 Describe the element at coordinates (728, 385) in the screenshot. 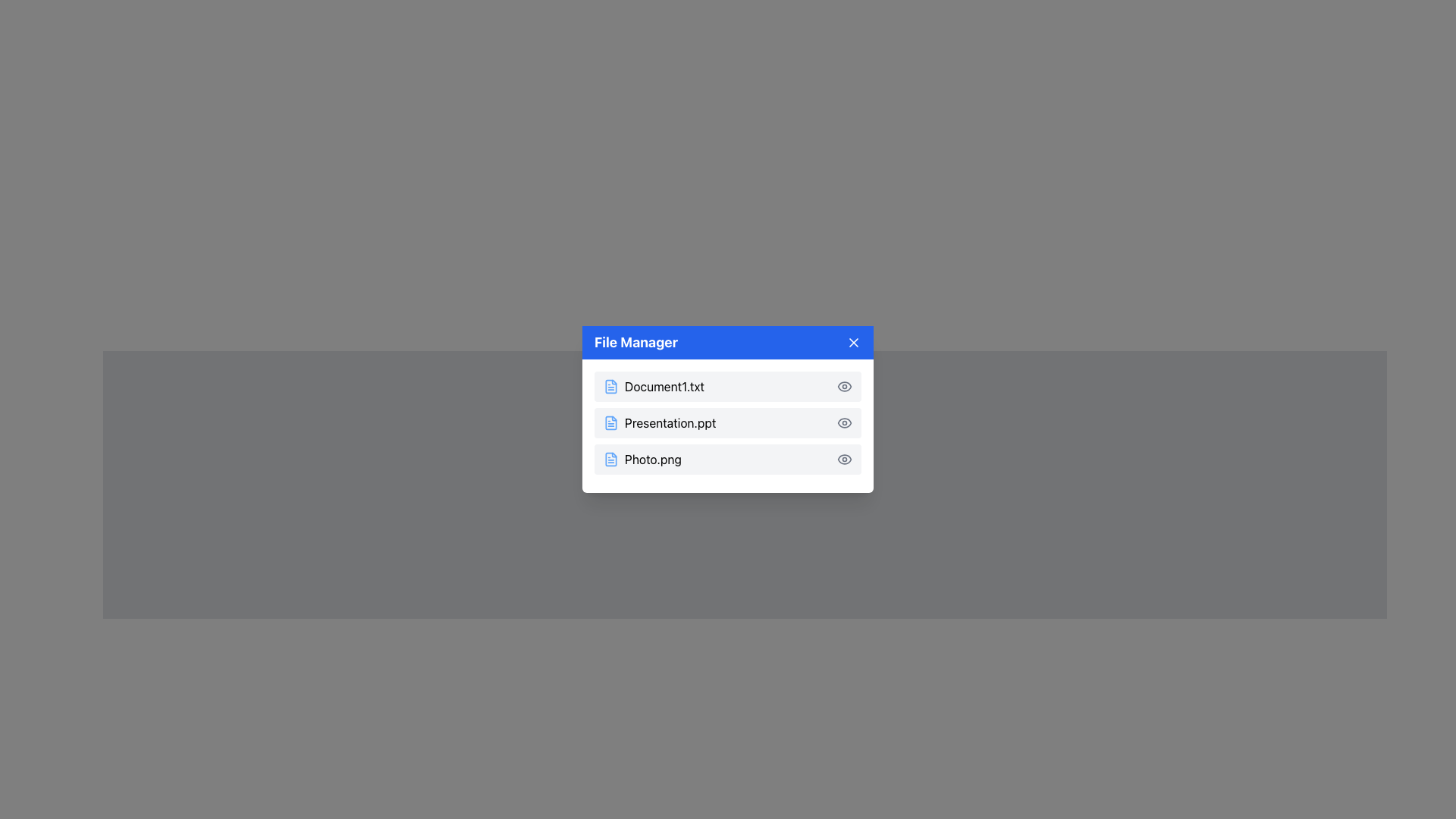

I see `the first file entry in the 'File Manager' window` at that location.